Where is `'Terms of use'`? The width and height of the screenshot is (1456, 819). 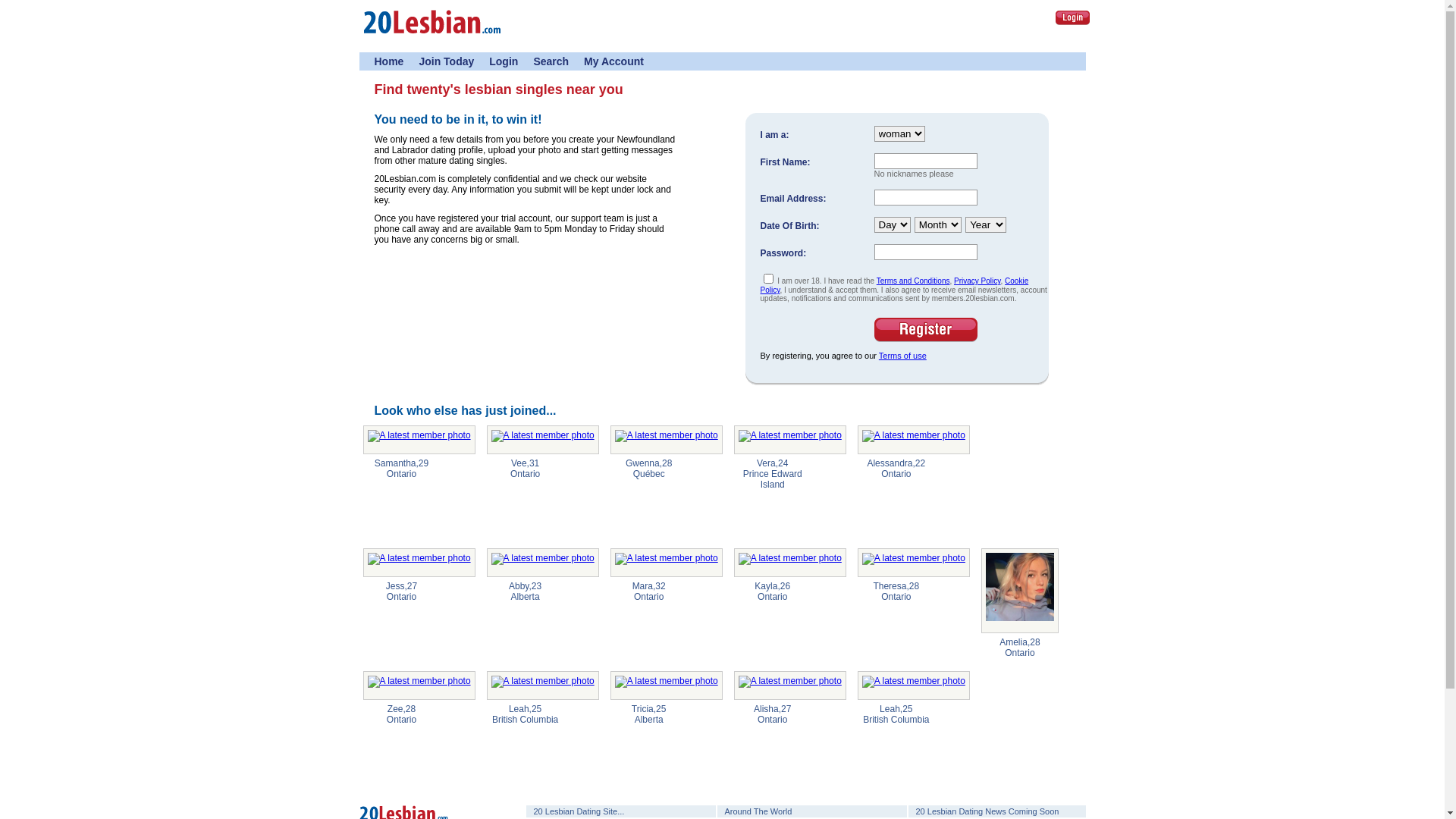 'Terms of use' is located at coordinates (902, 356).